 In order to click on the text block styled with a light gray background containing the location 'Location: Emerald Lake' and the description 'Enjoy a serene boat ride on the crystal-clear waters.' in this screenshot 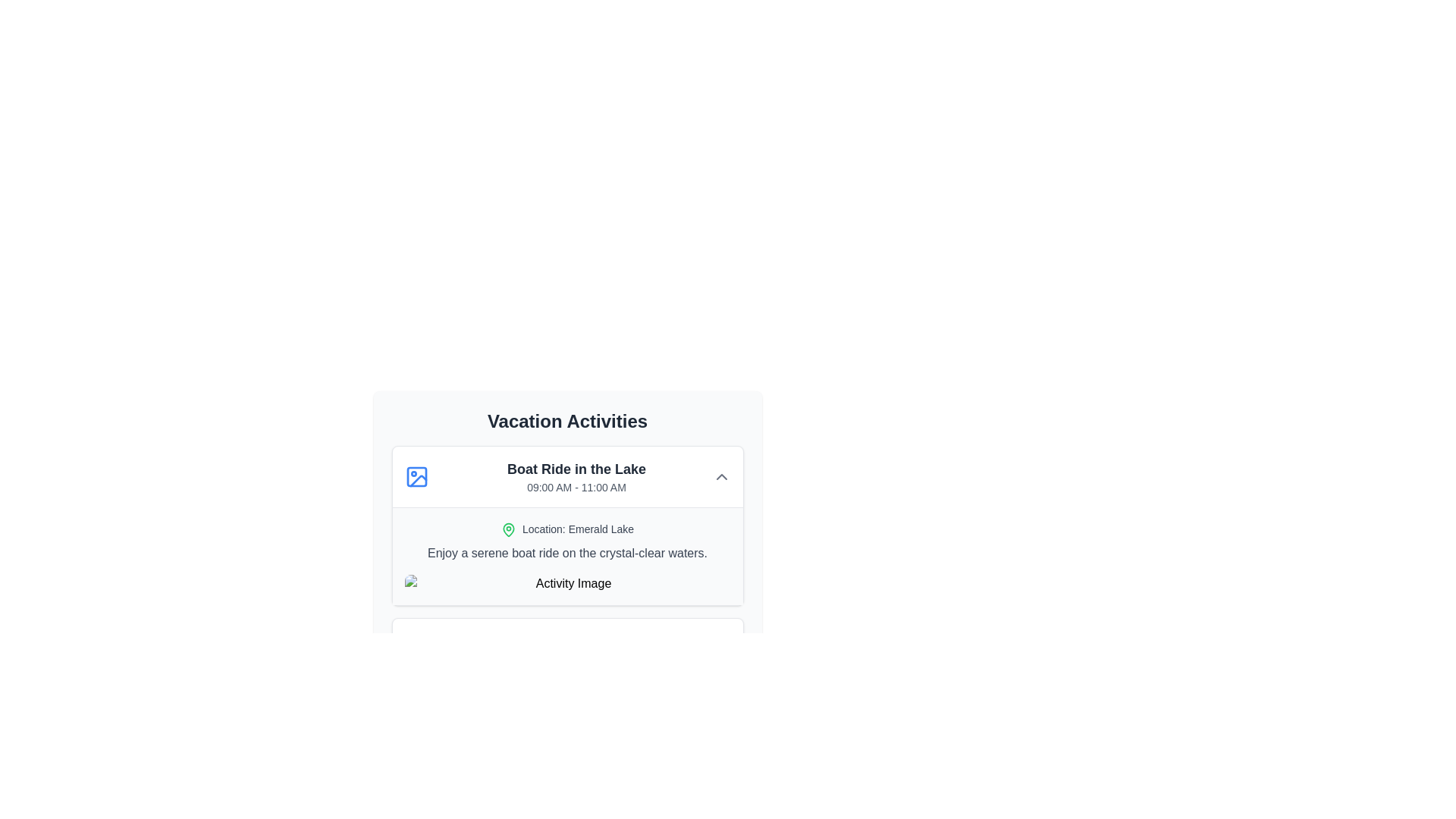, I will do `click(566, 556)`.